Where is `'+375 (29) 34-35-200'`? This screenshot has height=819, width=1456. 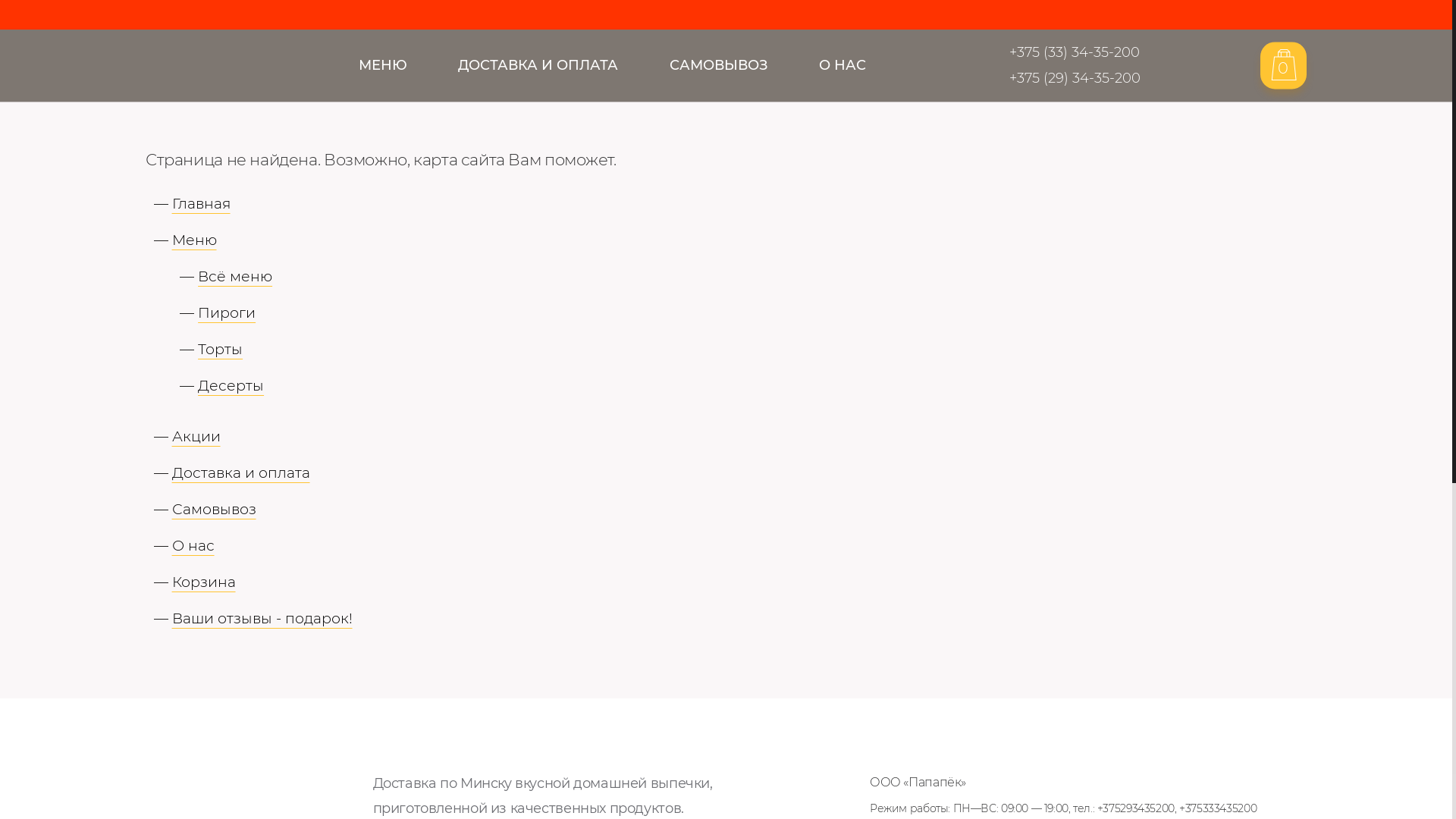
'+375 (29) 34-35-200' is located at coordinates (1062, 79).